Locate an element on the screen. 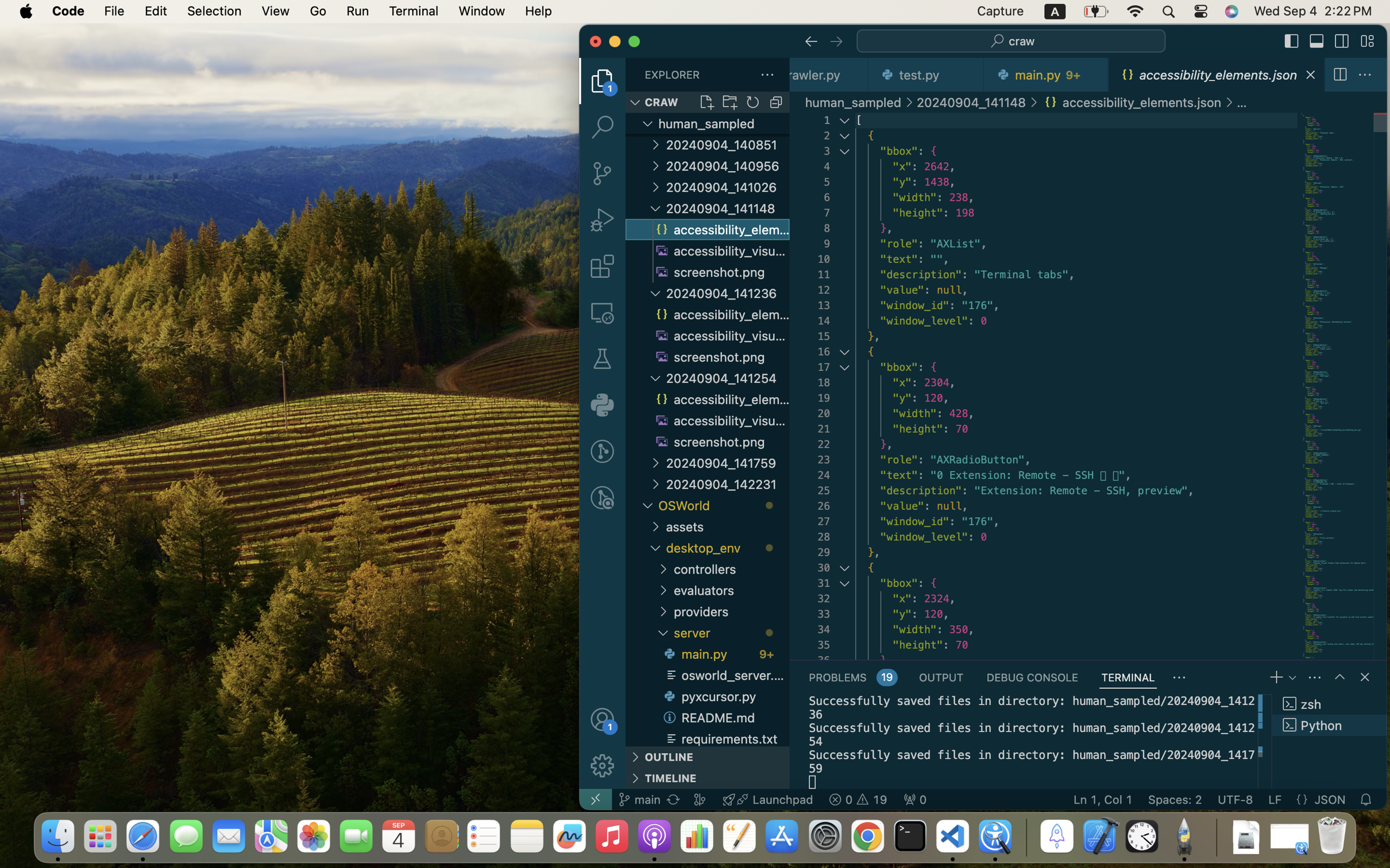 This screenshot has height=868, width=1390. '20240904_142231' is located at coordinates (727, 484).